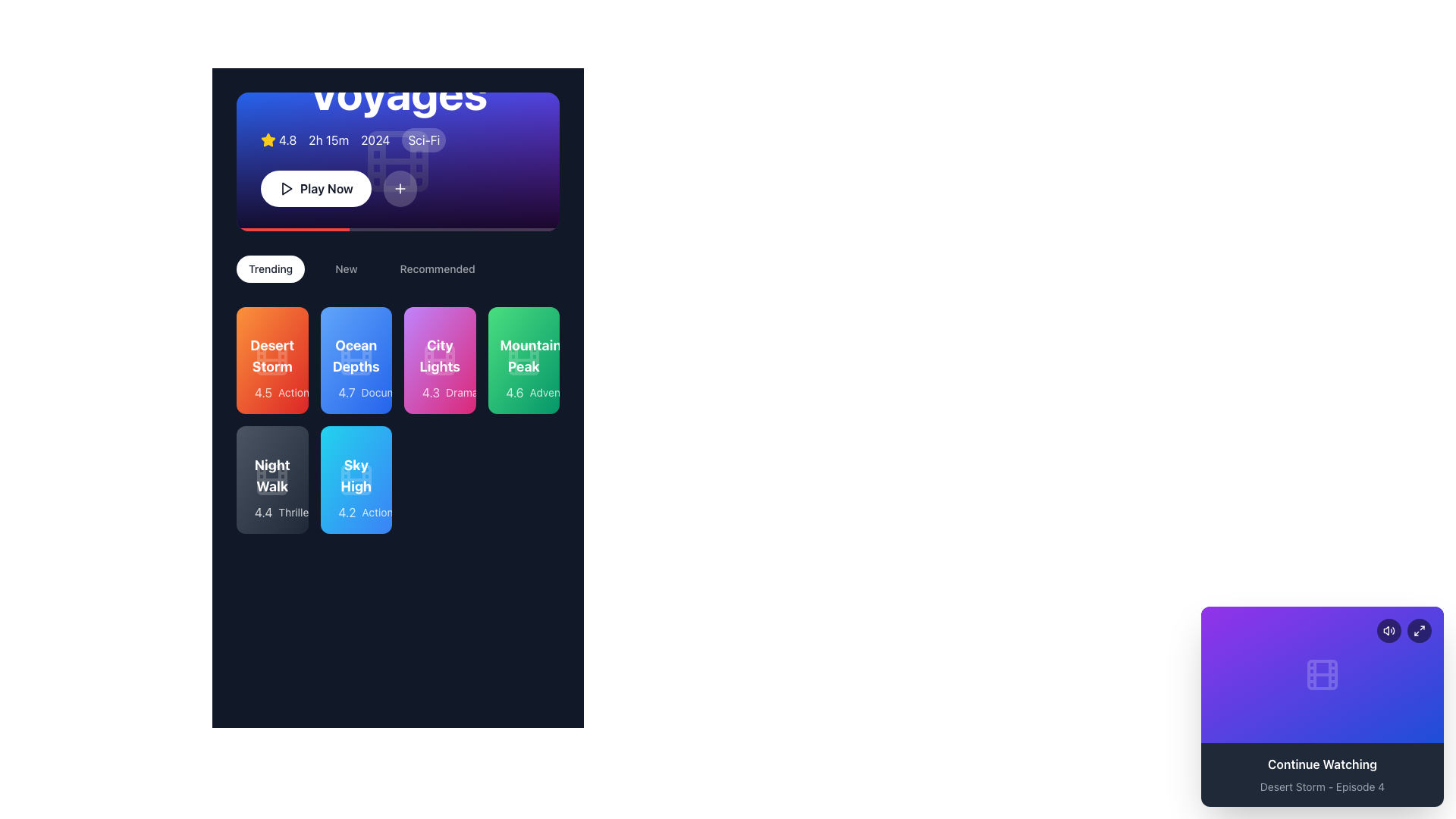  What do you see at coordinates (1389, 631) in the screenshot?
I see `the compact circular button with a black semi-transparent background and a speaker icon to change its appearance` at bounding box center [1389, 631].